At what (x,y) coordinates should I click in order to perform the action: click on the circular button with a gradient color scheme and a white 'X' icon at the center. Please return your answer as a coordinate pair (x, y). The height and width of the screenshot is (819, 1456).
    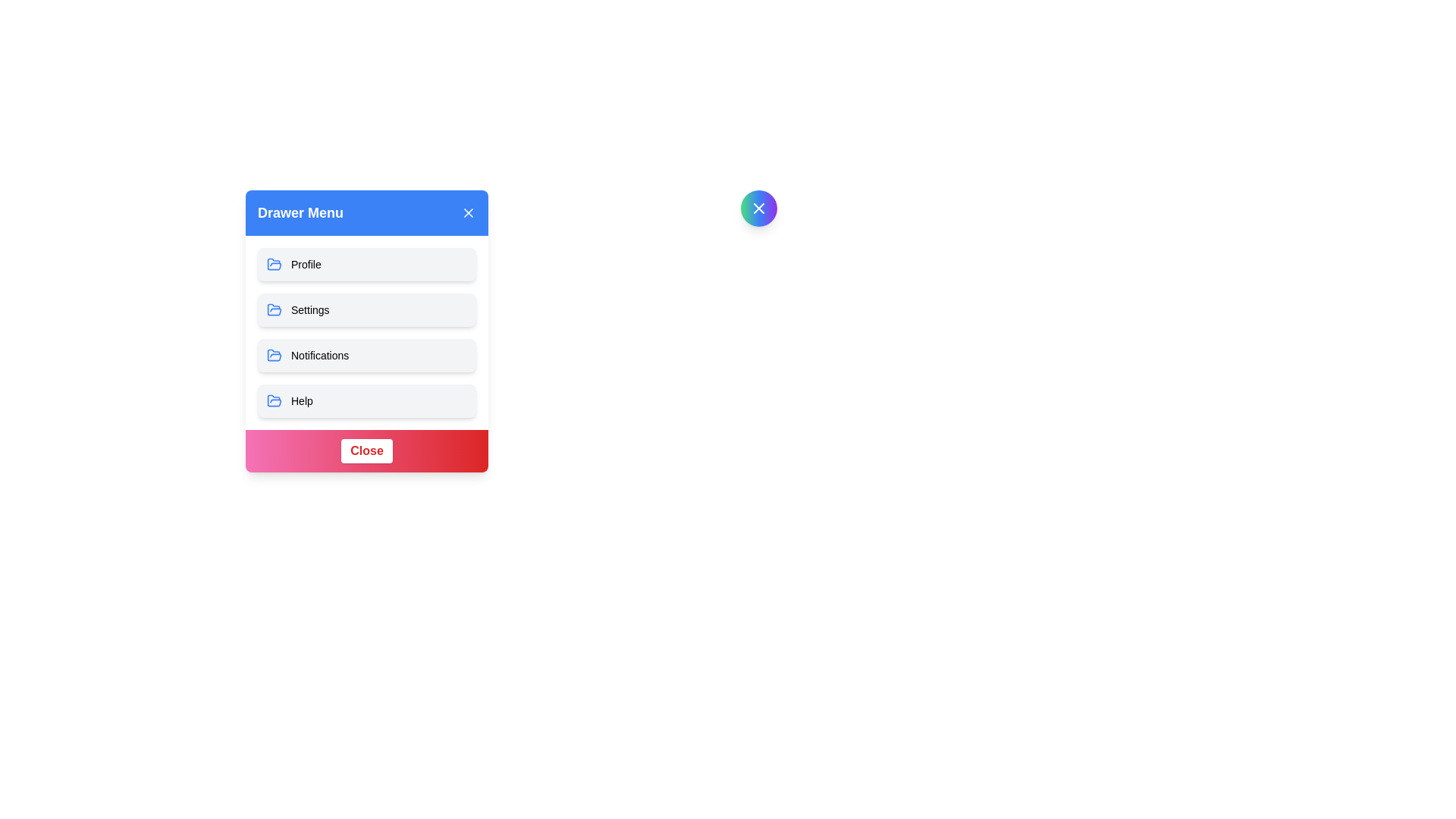
    Looking at the image, I should click on (759, 208).